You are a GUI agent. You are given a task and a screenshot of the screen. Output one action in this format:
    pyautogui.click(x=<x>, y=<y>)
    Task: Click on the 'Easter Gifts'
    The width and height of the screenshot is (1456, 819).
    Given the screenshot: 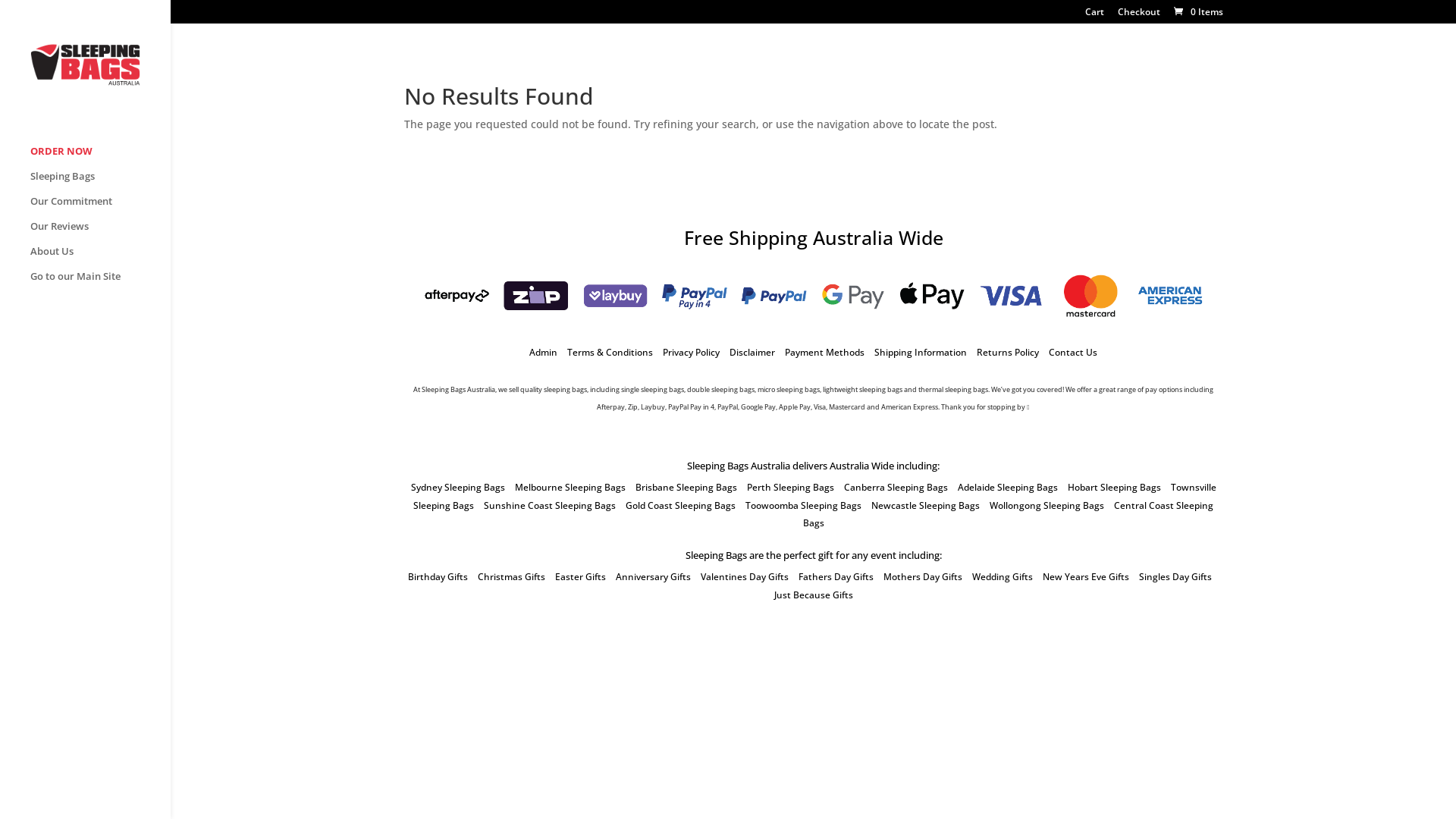 What is the action you would take?
    pyautogui.click(x=579, y=576)
    